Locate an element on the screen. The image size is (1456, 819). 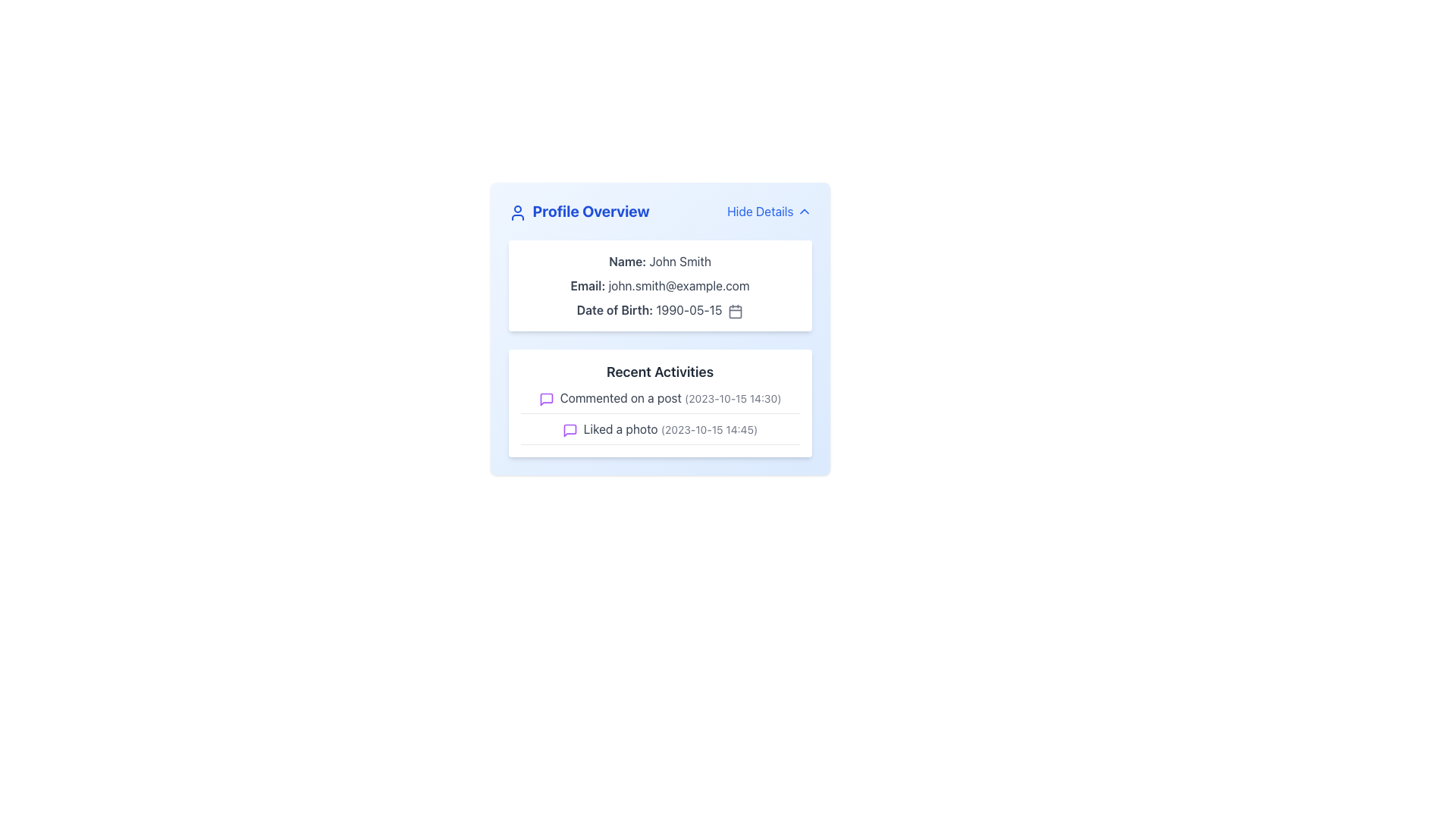
the comment icon located next to the text 'Commented on a post (2023-10-15 14:30)' in the 'Recent Activities' section of the 'Profile Overview' card is located at coordinates (546, 398).